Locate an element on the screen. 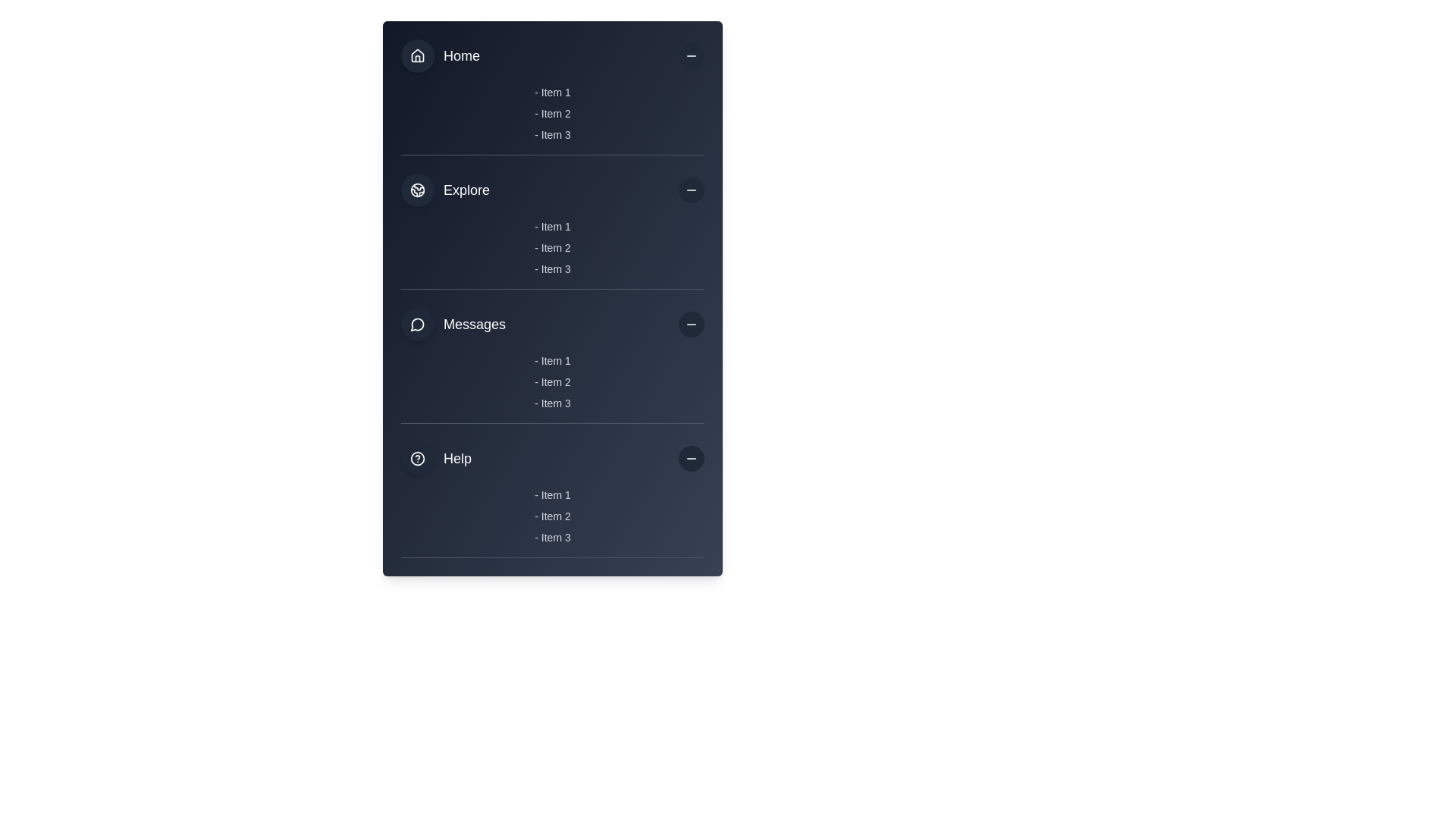 The image size is (1456, 819). the Decorative vector graphic component of the 'Messages' section icon in the navigation menu, which is the third icon in the sequence of icons is located at coordinates (417, 324).